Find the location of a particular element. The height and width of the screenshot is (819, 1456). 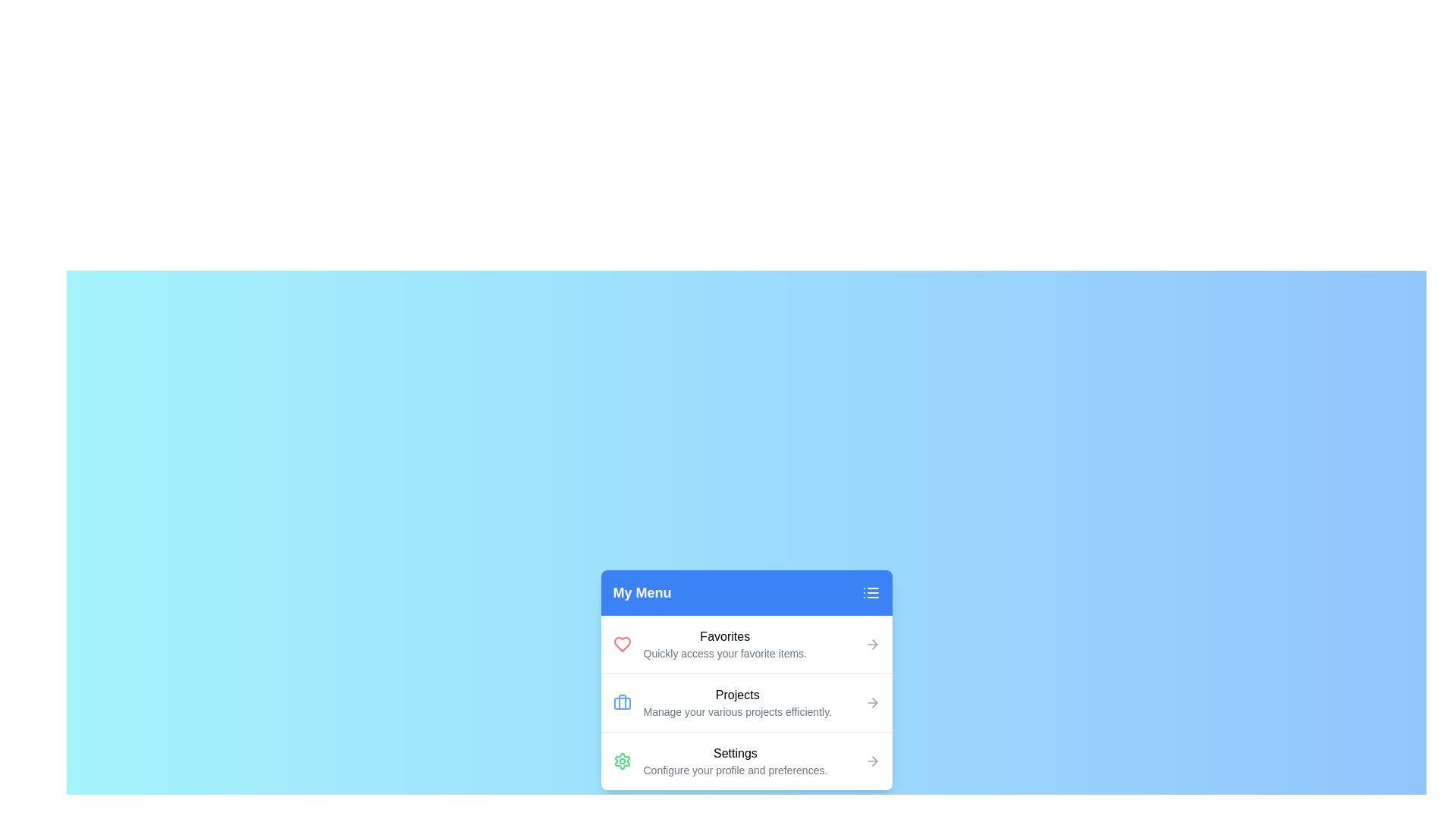

the menu item Favorites is located at coordinates (746, 644).